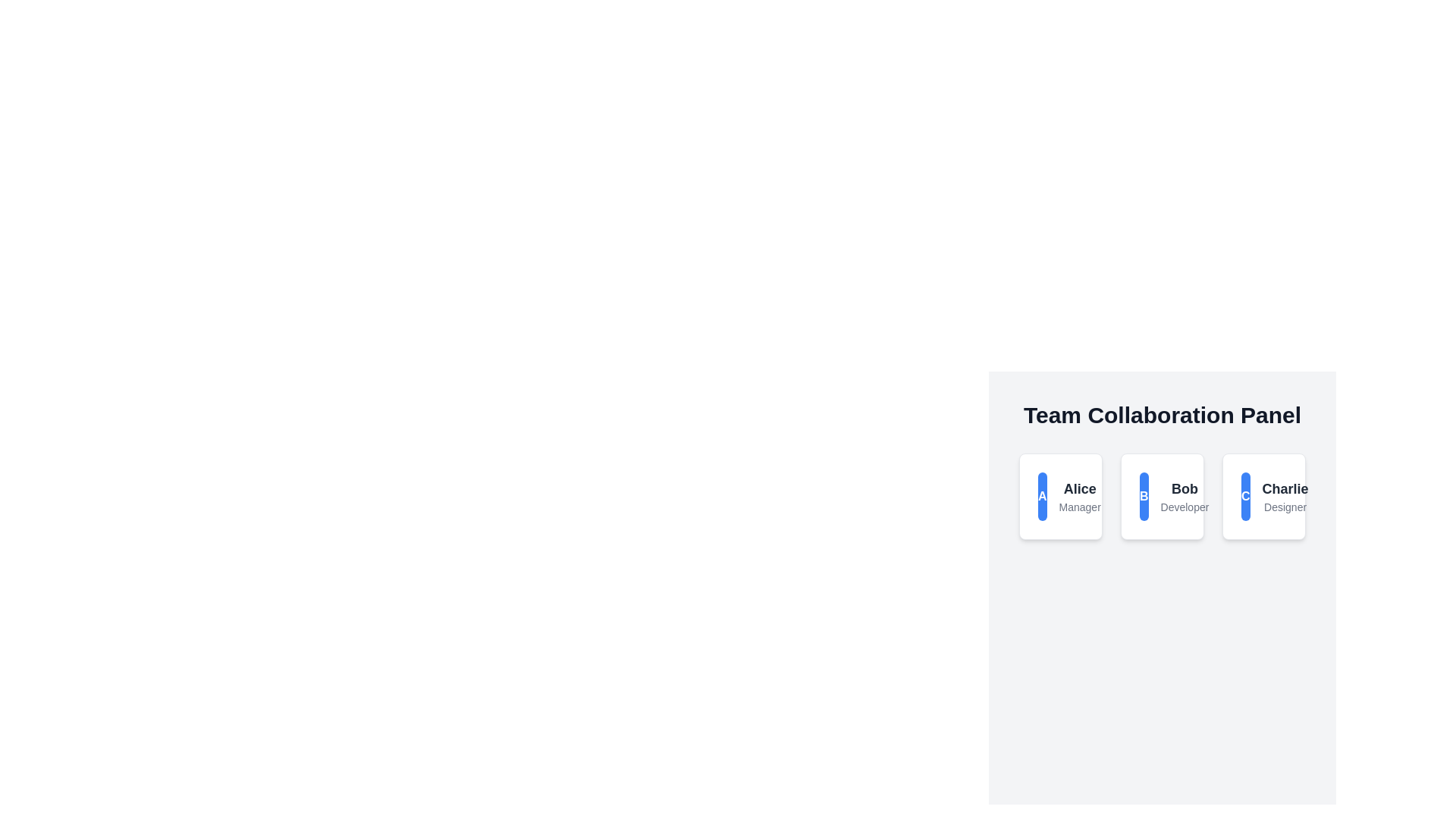 This screenshot has height=819, width=1456. What do you see at coordinates (1161, 497) in the screenshot?
I see `the second card representing team member 'Bob - Developer' in the 'Team Collaboration Panel'` at bounding box center [1161, 497].